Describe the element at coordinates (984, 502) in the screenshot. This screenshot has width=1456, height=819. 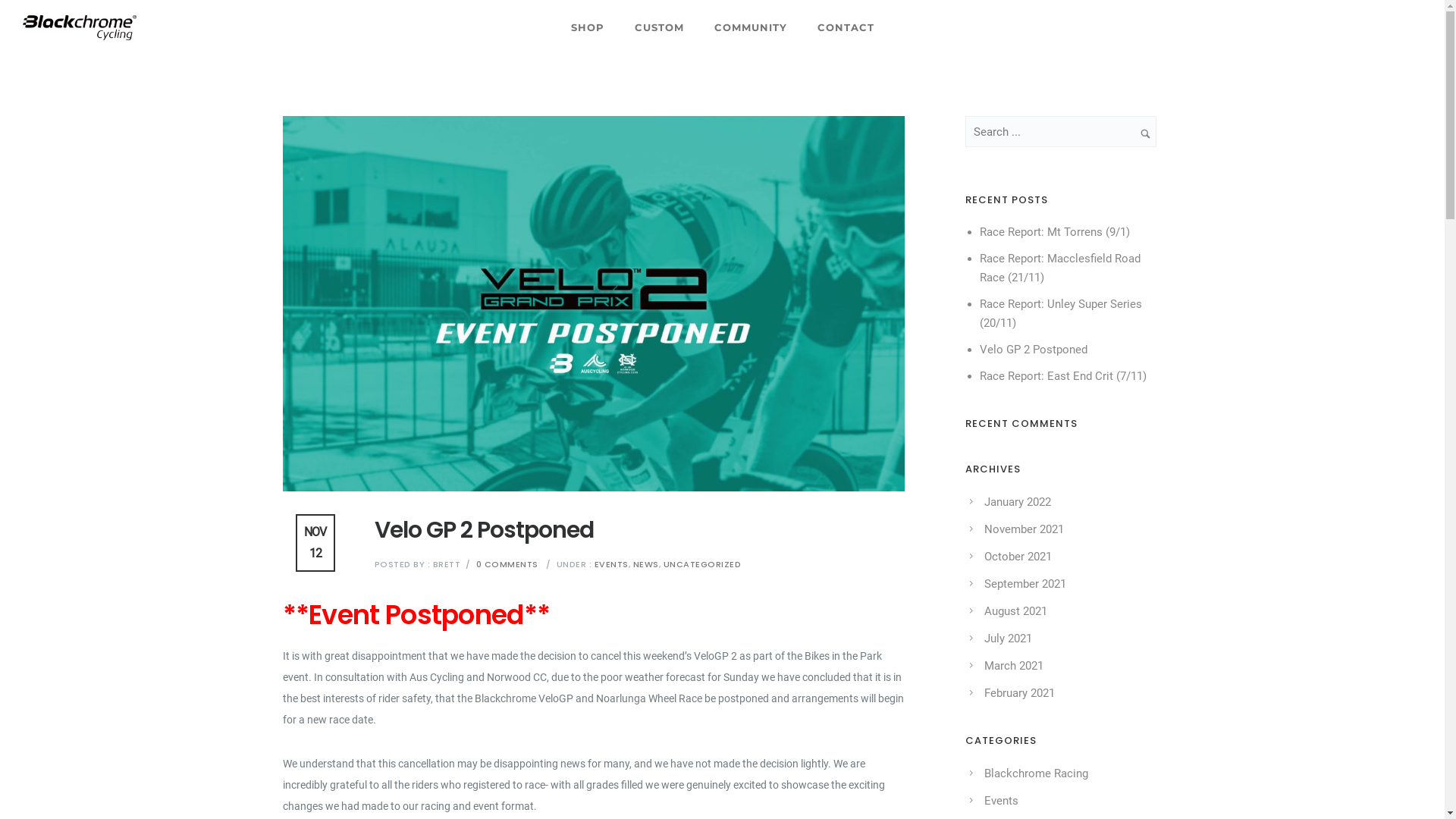
I see `'January 2022'` at that location.